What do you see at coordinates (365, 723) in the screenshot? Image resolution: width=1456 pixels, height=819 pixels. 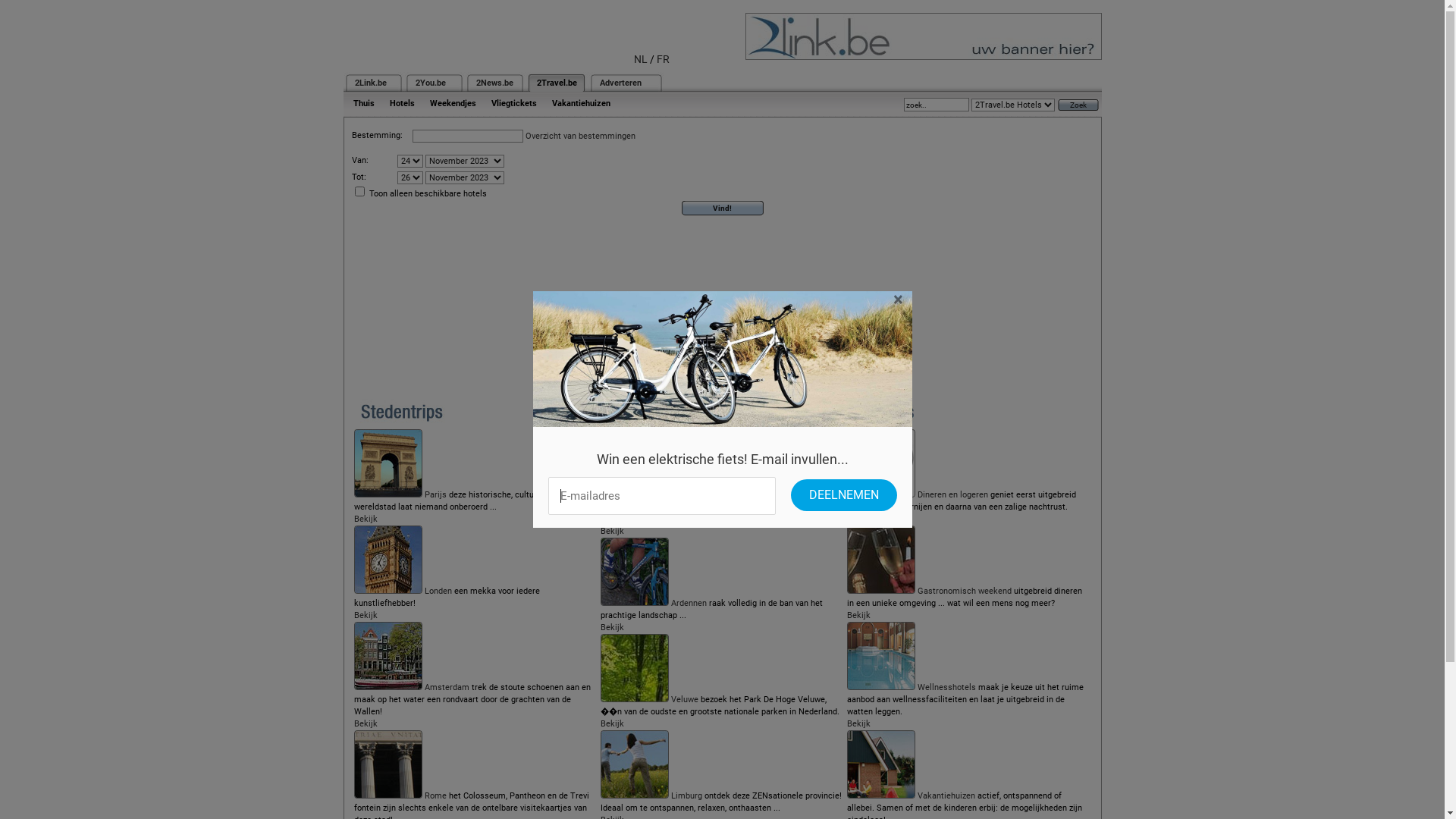 I see `'Bekijk'` at bounding box center [365, 723].